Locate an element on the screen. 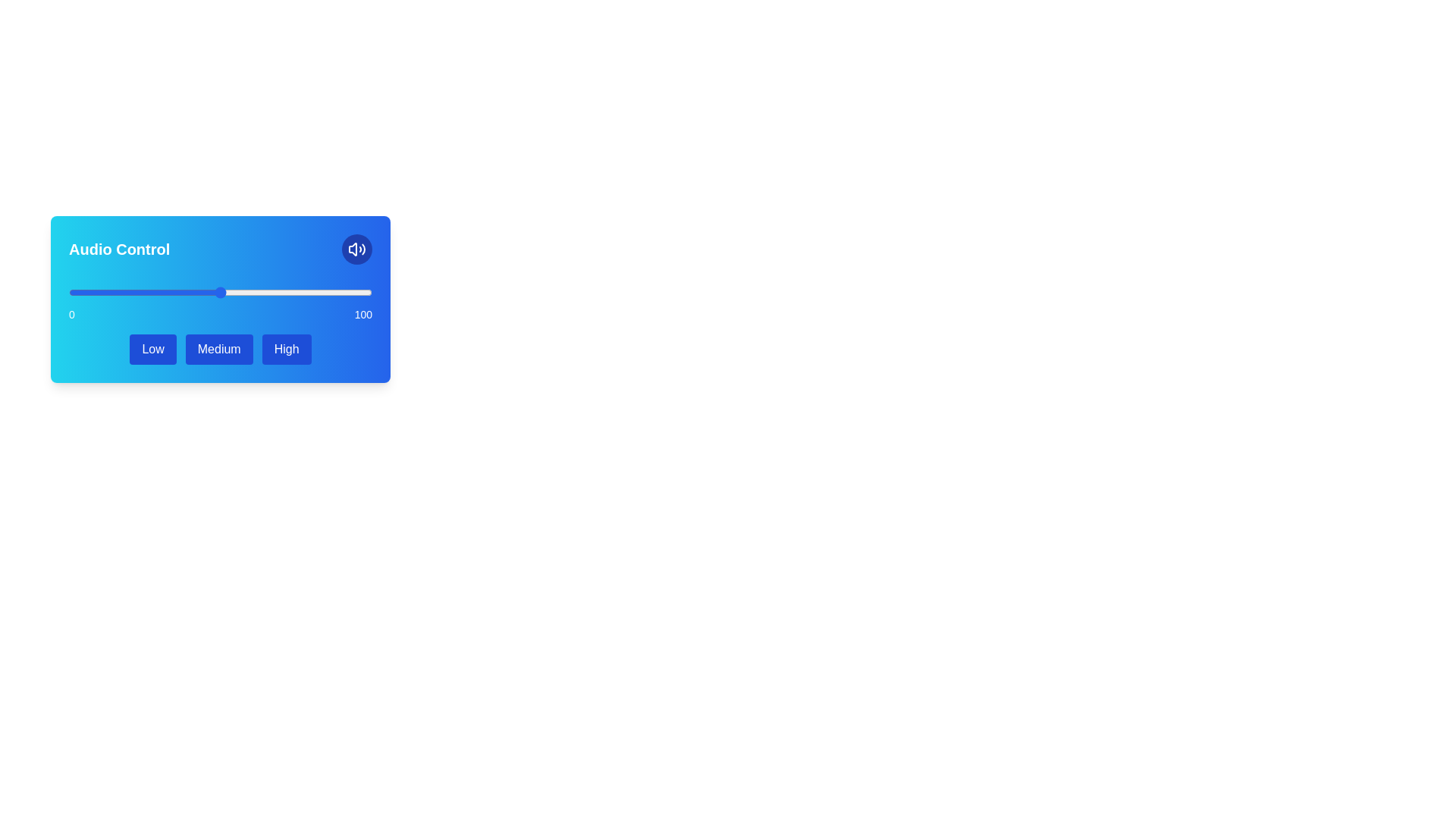  the 'Medium' button in the group of buttons labeled 'Low', 'Medium', and 'High' is located at coordinates (220, 350).